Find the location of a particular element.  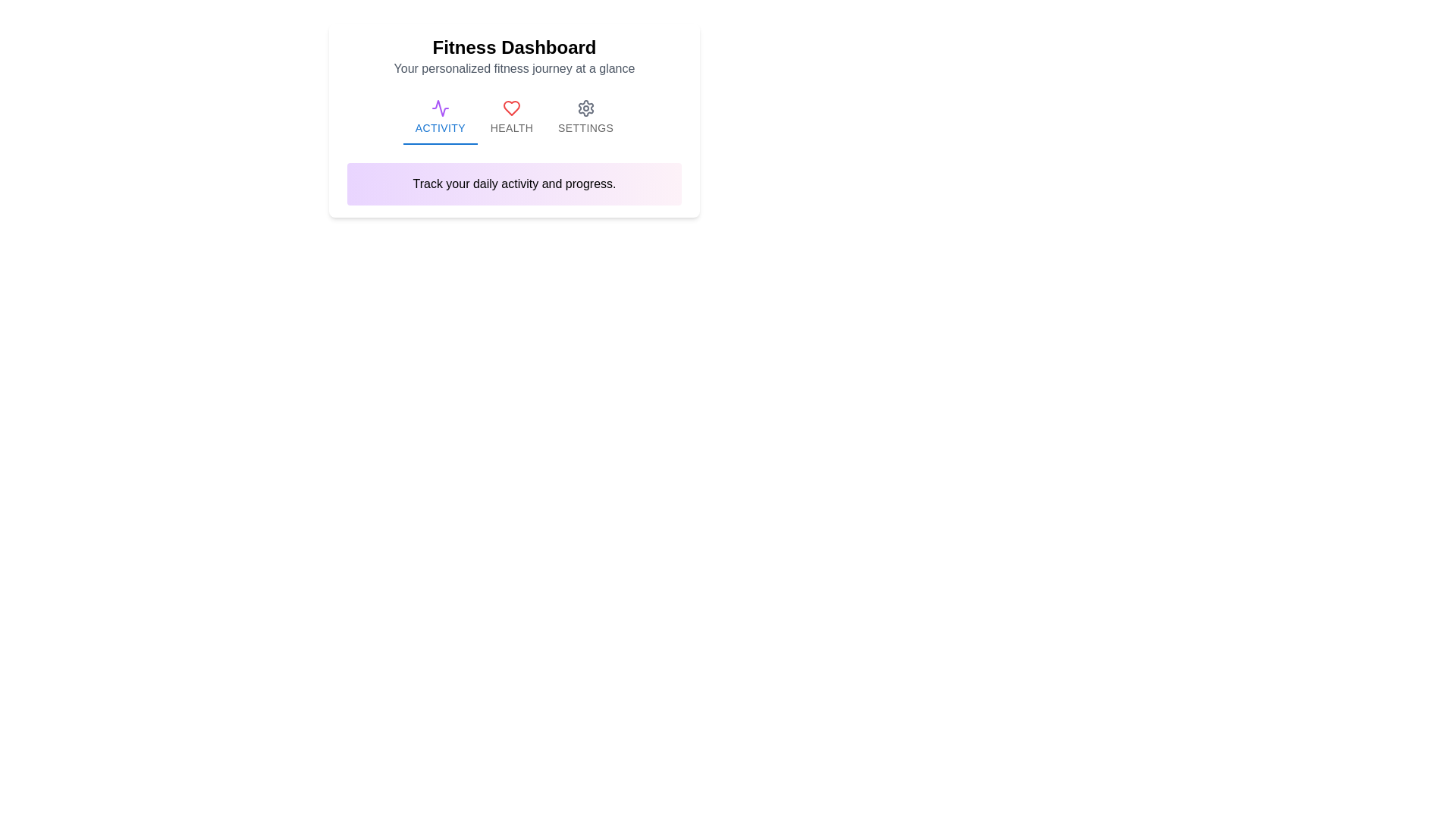

the gear/settings icon located is located at coordinates (585, 108).